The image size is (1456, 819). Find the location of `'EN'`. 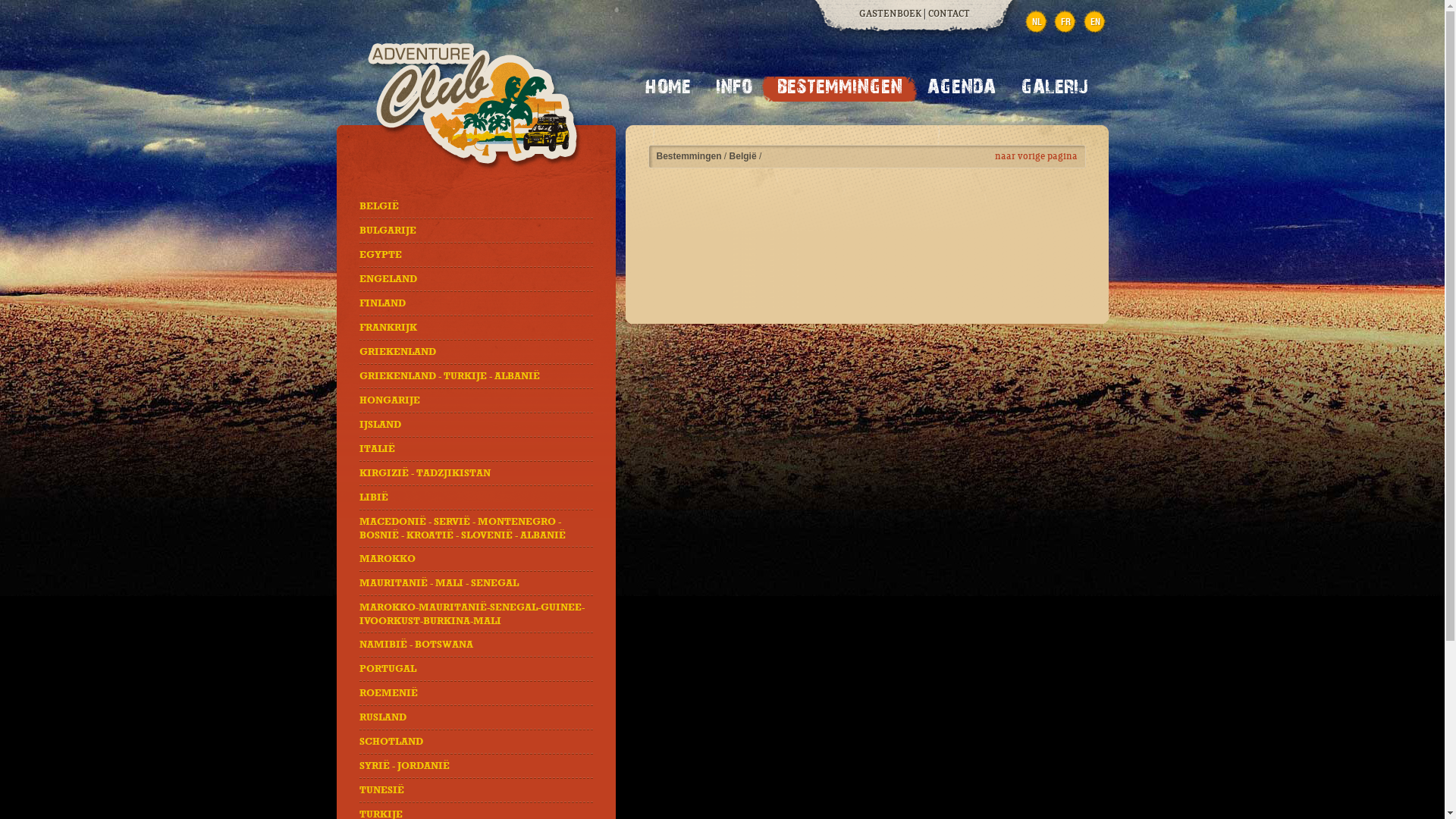

'EN' is located at coordinates (1094, 22).